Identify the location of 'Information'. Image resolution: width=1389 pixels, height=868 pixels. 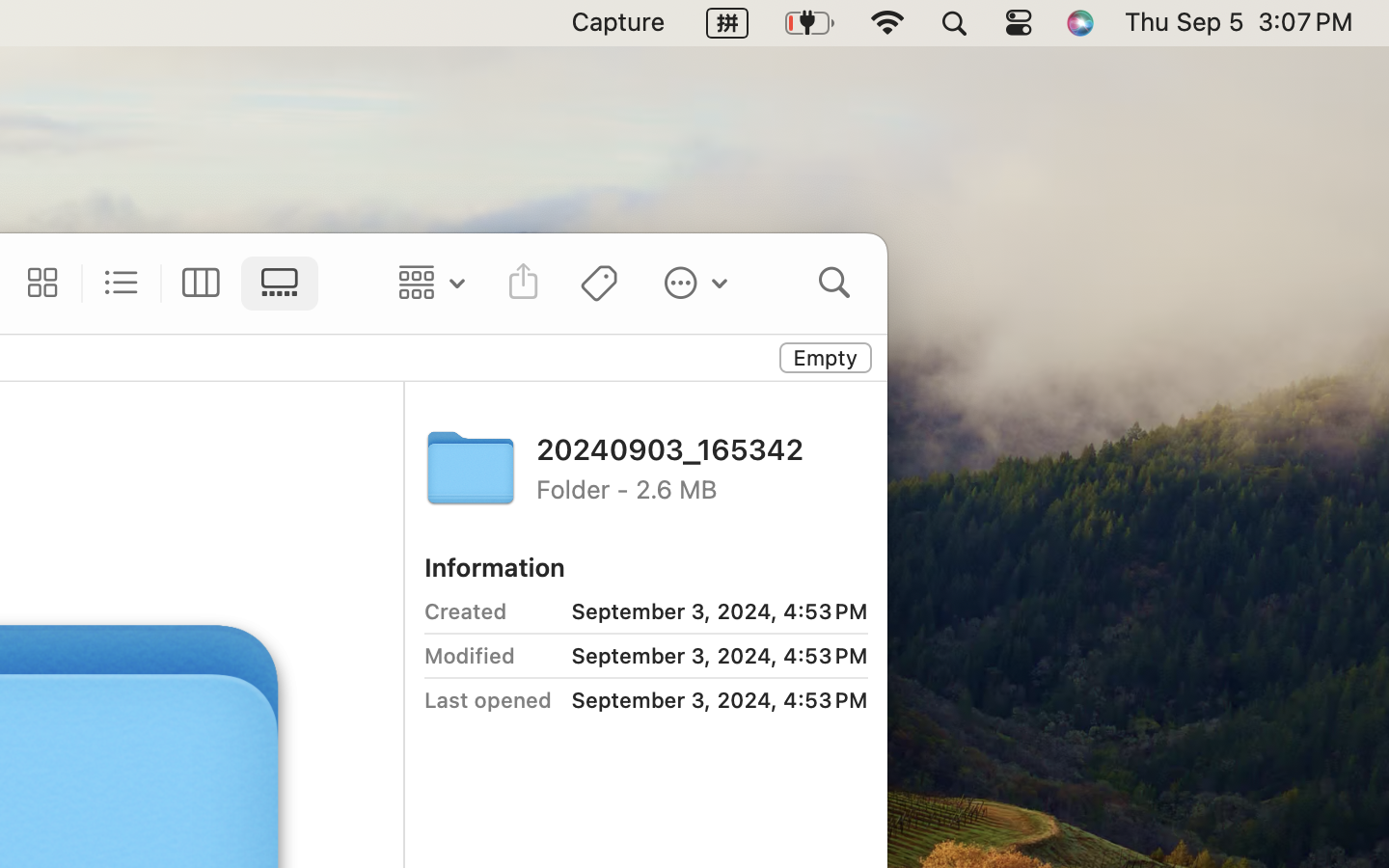
(493, 566).